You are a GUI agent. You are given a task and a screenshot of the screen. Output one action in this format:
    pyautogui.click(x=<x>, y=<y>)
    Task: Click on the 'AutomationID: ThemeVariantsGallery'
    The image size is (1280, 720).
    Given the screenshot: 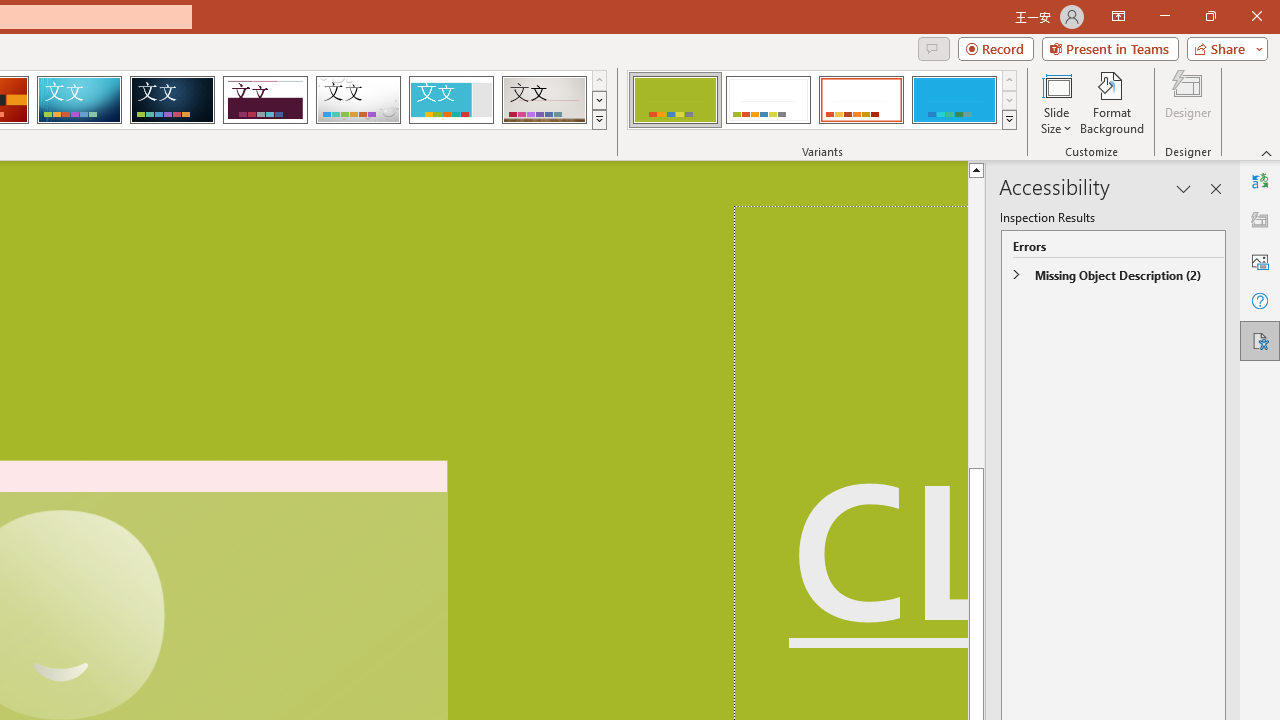 What is the action you would take?
    pyautogui.click(x=823, y=100)
    